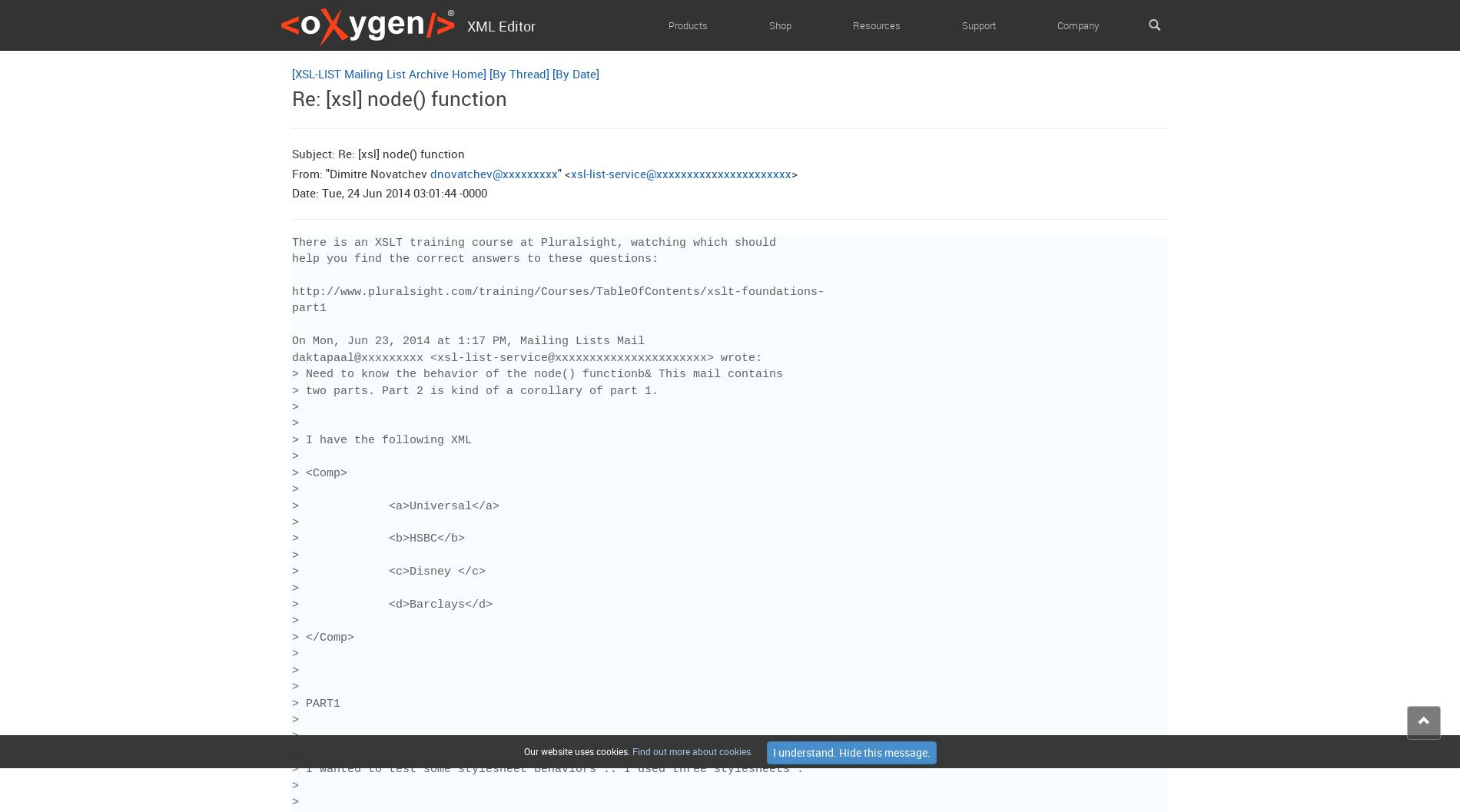  I want to click on 'Products', so click(687, 25).